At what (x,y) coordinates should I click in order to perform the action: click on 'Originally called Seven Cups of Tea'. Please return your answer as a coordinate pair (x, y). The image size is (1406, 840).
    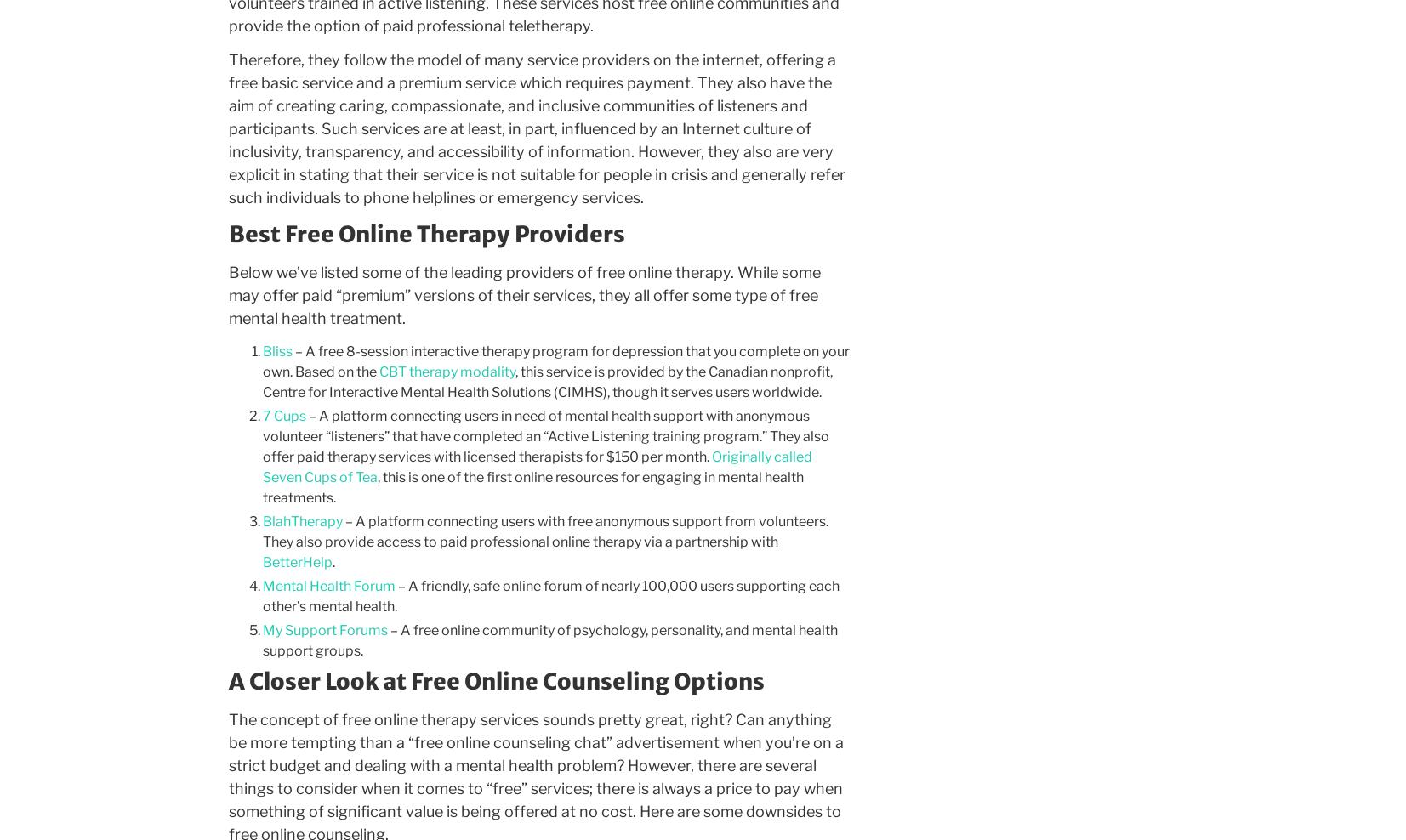
    Looking at the image, I should click on (260, 465).